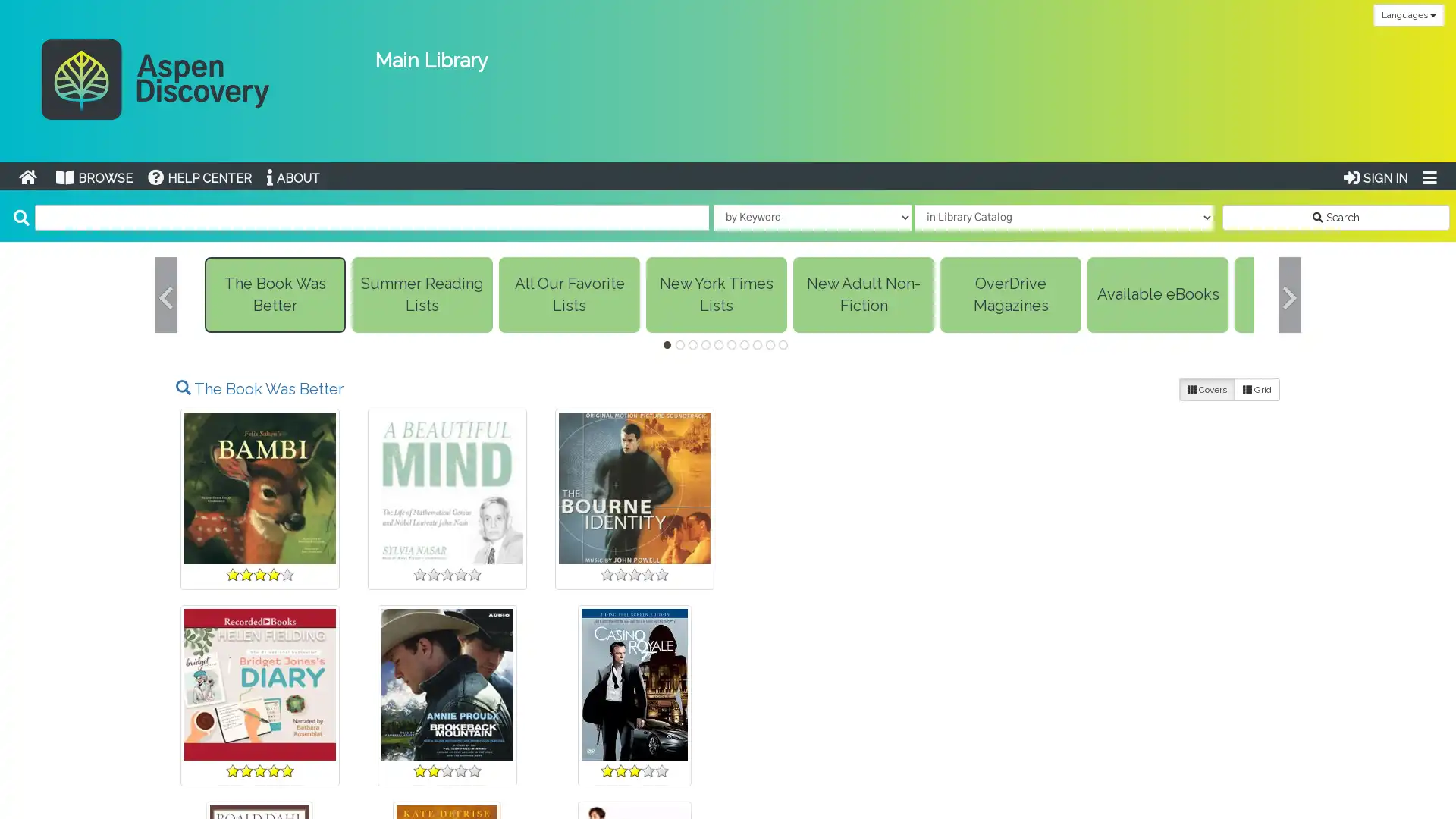  What do you see at coordinates (821, 772) in the screenshot?
I see `Write a Review` at bounding box center [821, 772].